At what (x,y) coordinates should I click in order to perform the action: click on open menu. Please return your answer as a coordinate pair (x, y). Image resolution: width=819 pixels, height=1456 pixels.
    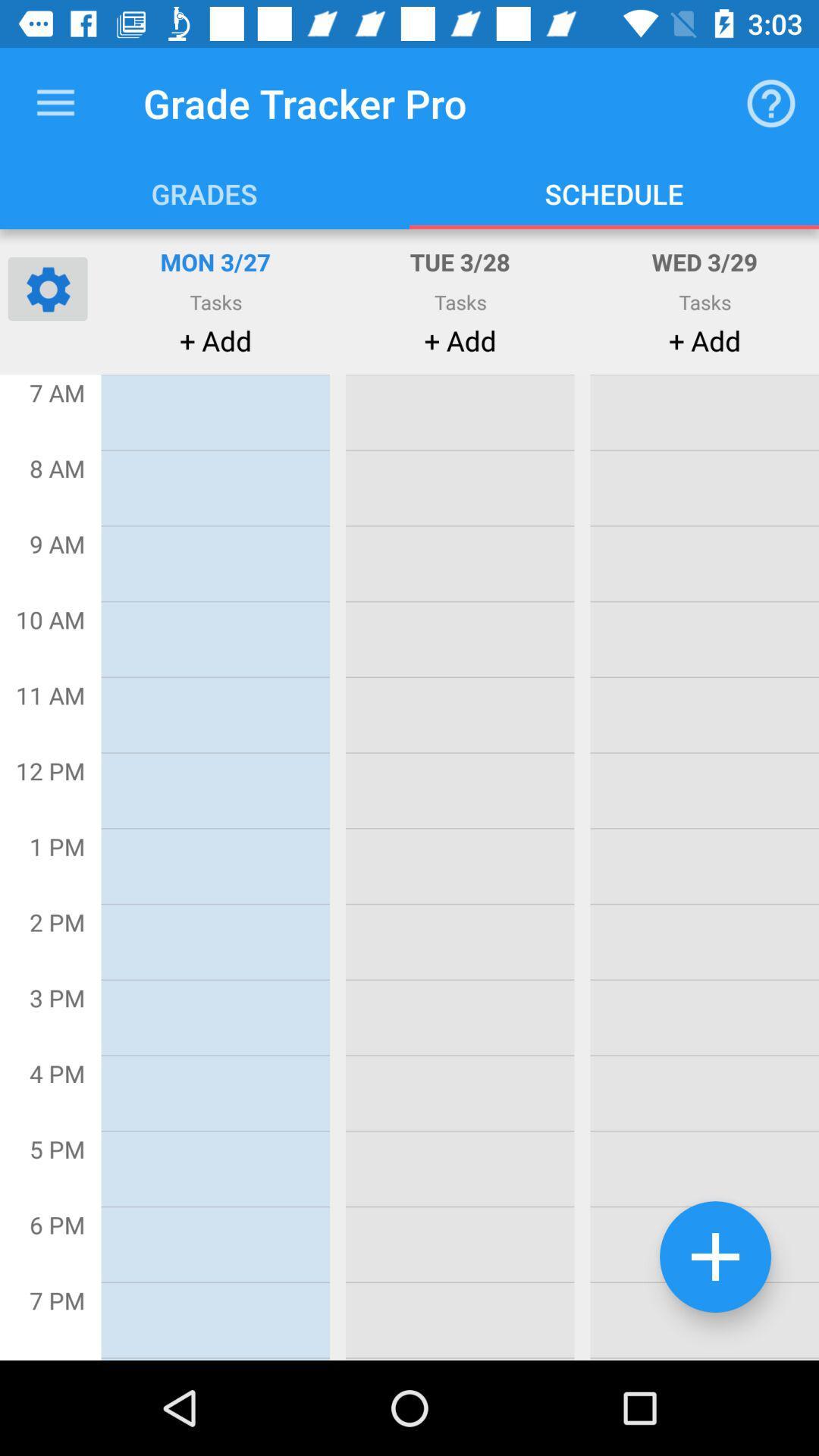
    Looking at the image, I should click on (55, 102).